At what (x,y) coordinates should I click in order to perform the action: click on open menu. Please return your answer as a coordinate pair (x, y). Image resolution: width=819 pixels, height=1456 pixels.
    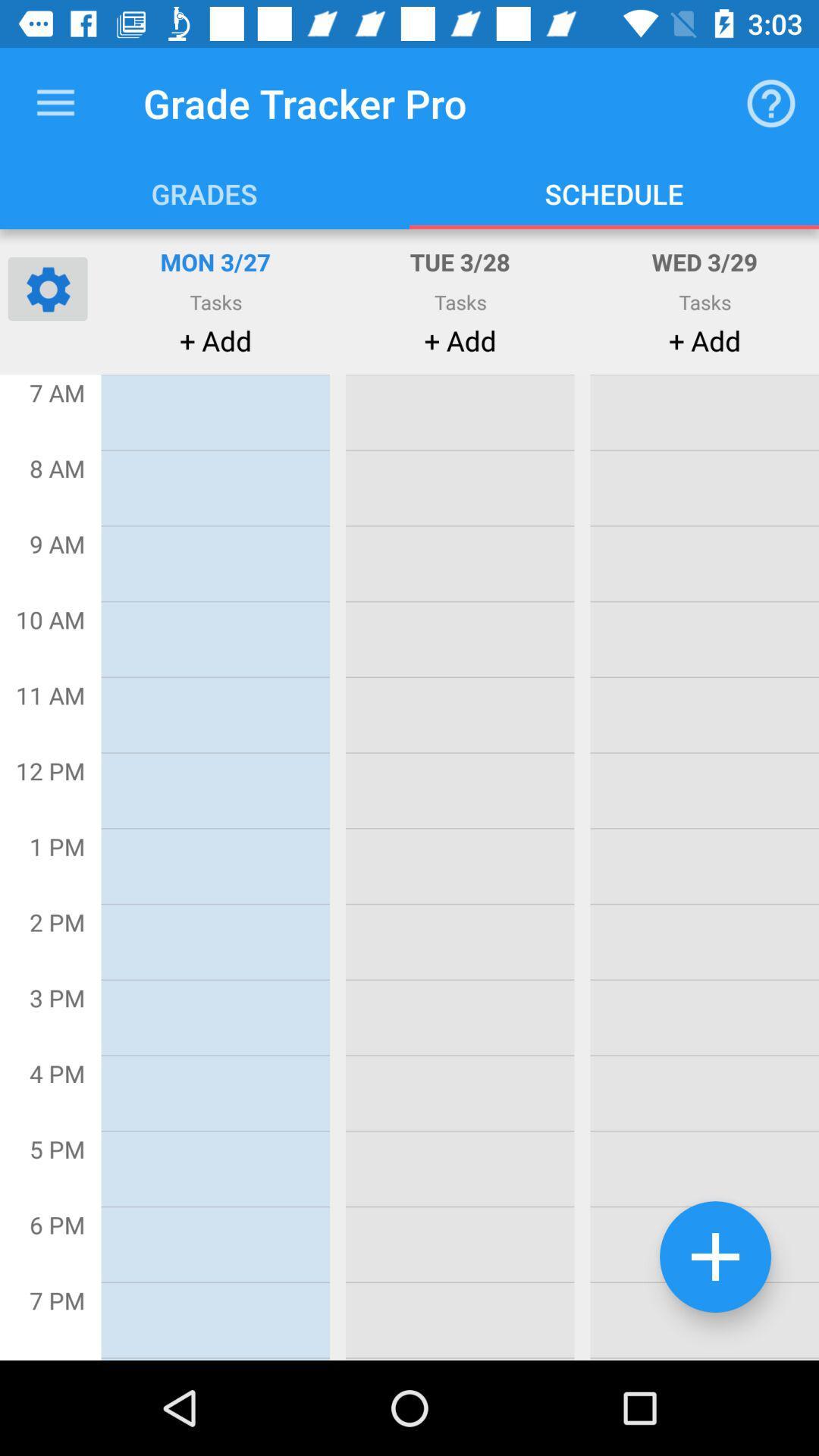
    Looking at the image, I should click on (55, 102).